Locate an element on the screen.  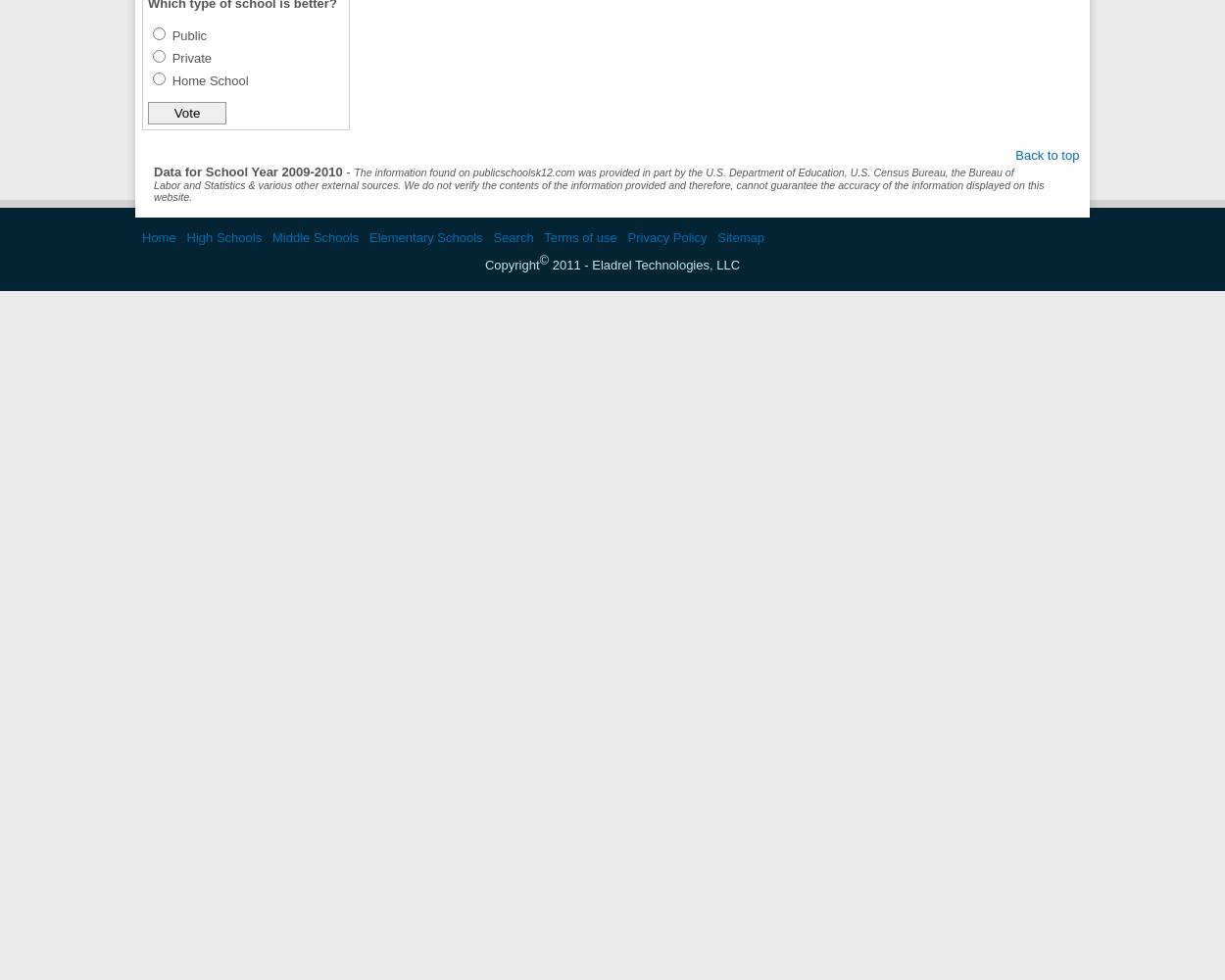
'Privacy Policy' is located at coordinates (666, 236).